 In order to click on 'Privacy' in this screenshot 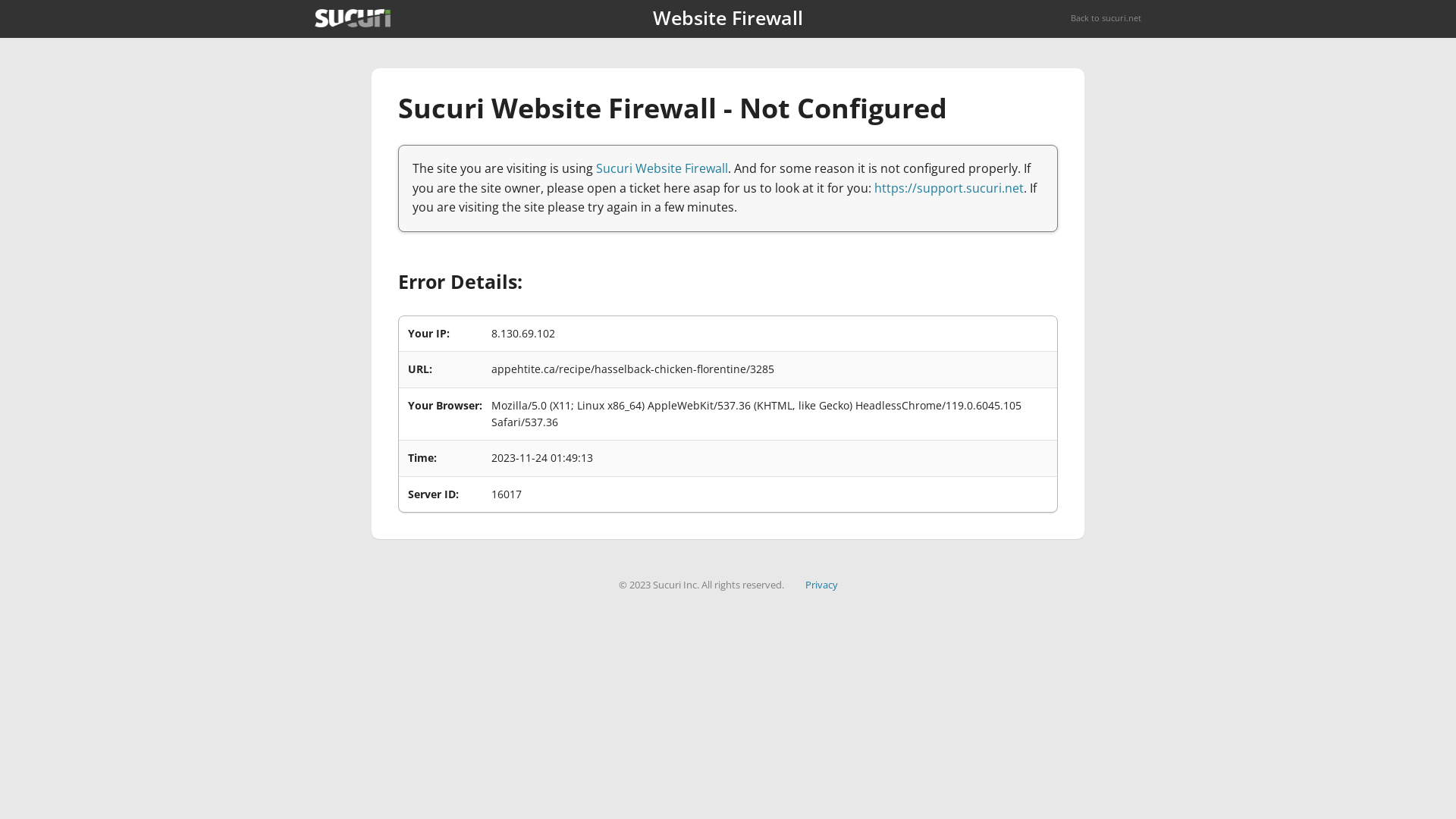, I will do `click(821, 584)`.